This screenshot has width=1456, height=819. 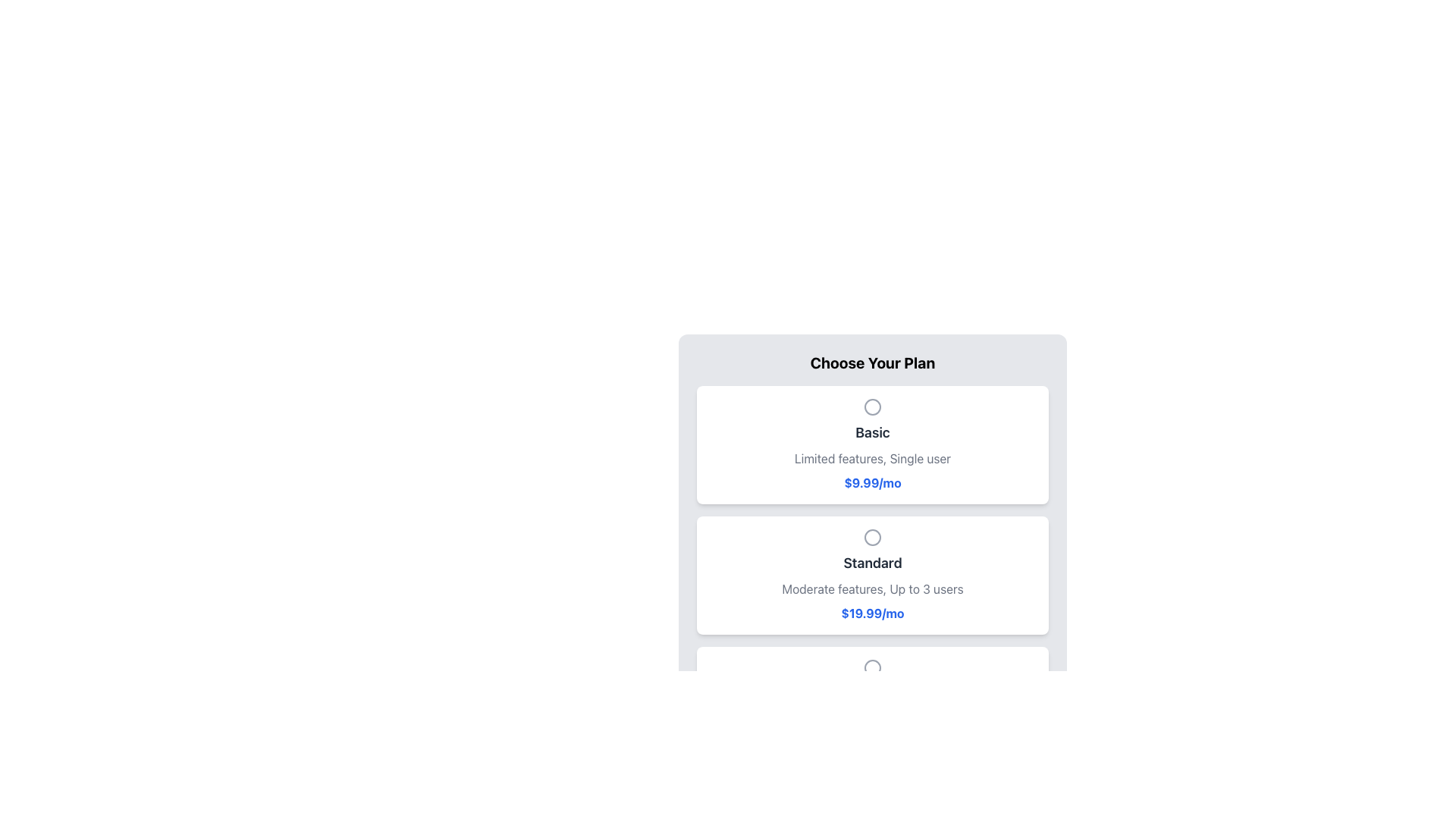 What do you see at coordinates (873, 576) in the screenshot?
I see `the second selection card in the 'Choose Your Plan' section` at bounding box center [873, 576].